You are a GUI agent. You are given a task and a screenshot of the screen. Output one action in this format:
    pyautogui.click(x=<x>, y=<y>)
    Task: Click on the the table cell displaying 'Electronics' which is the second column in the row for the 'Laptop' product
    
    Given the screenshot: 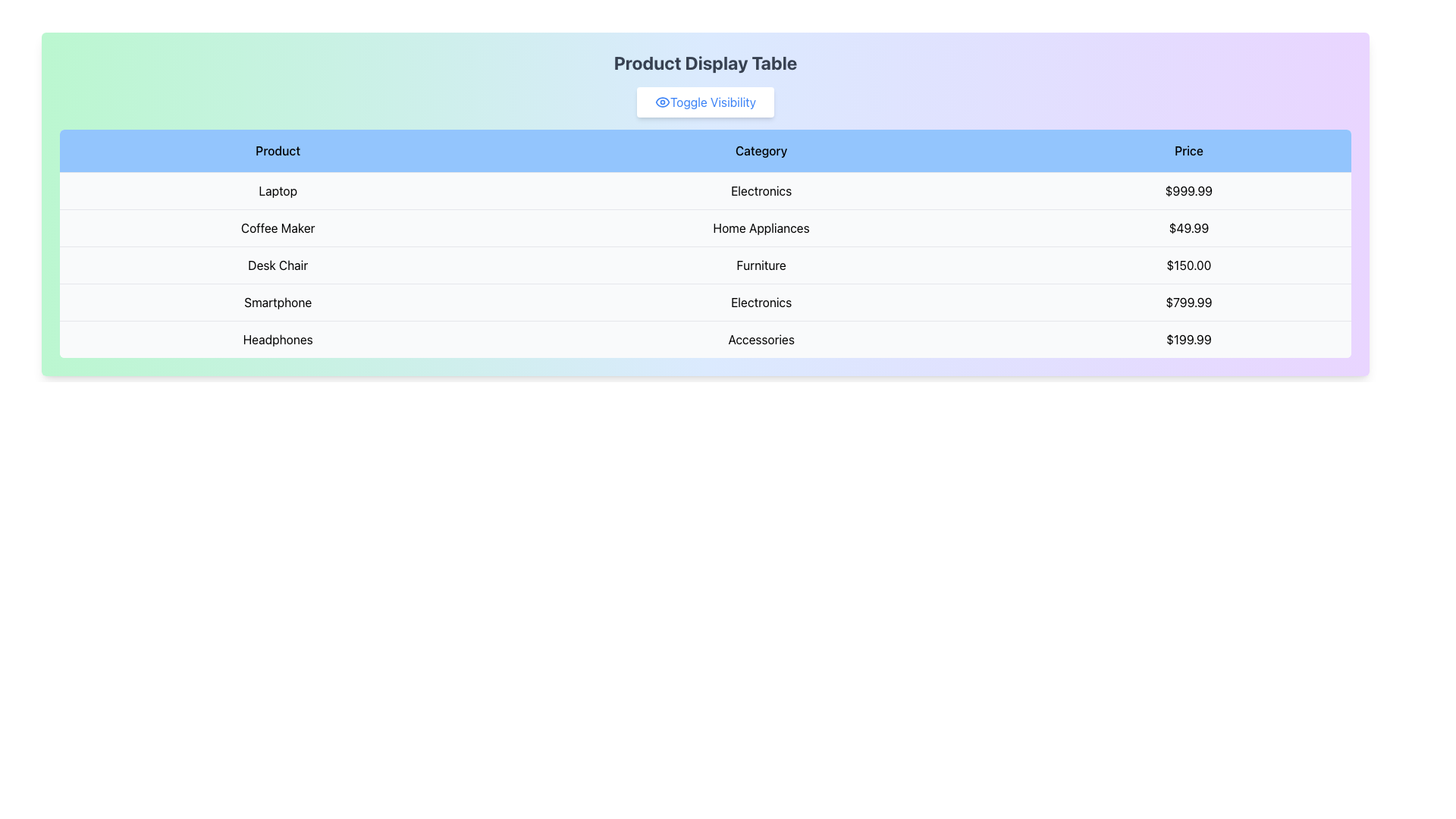 What is the action you would take?
    pyautogui.click(x=761, y=190)
    